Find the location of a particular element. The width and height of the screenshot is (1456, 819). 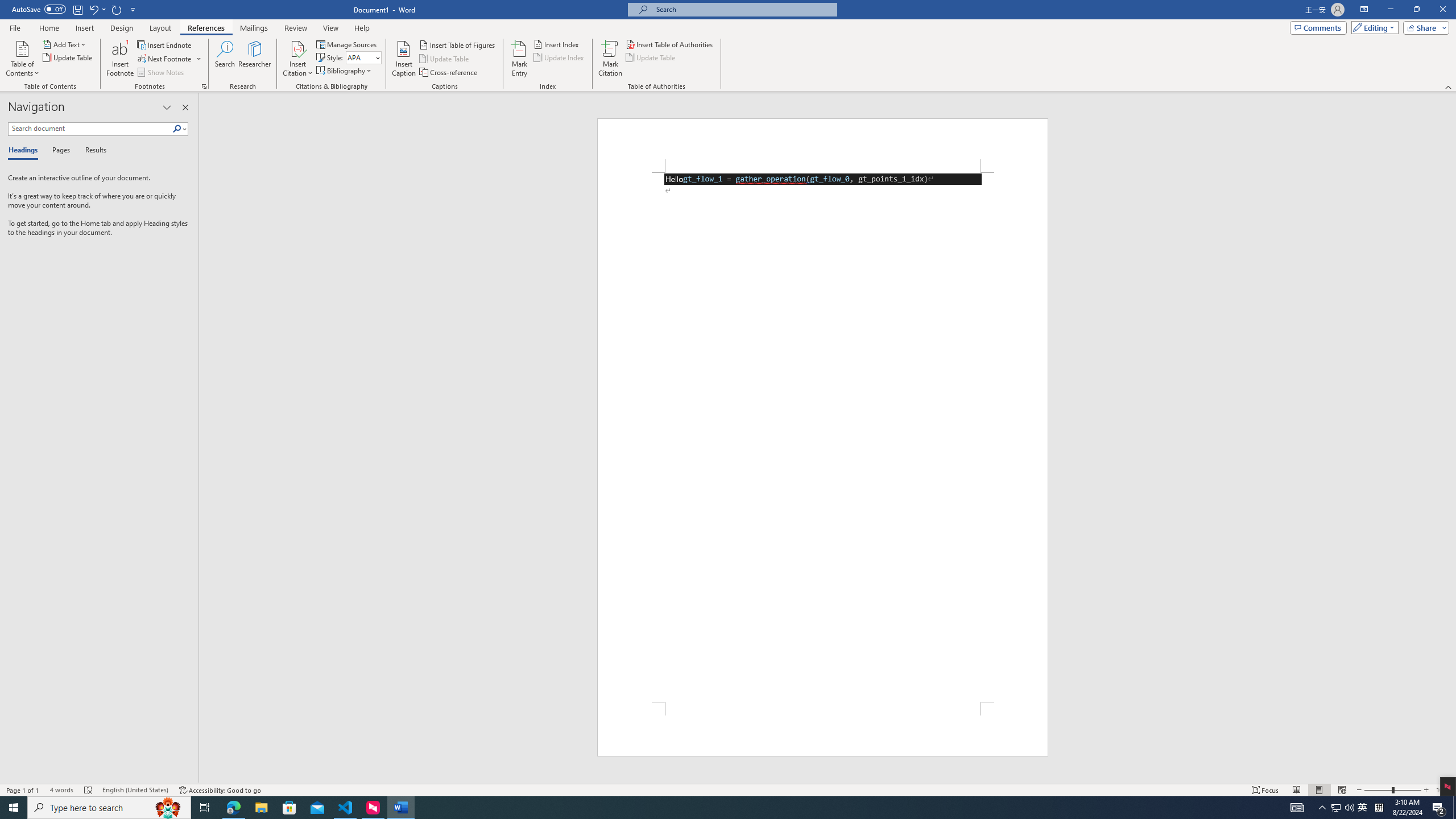

'Search document' is located at coordinates (90, 128).